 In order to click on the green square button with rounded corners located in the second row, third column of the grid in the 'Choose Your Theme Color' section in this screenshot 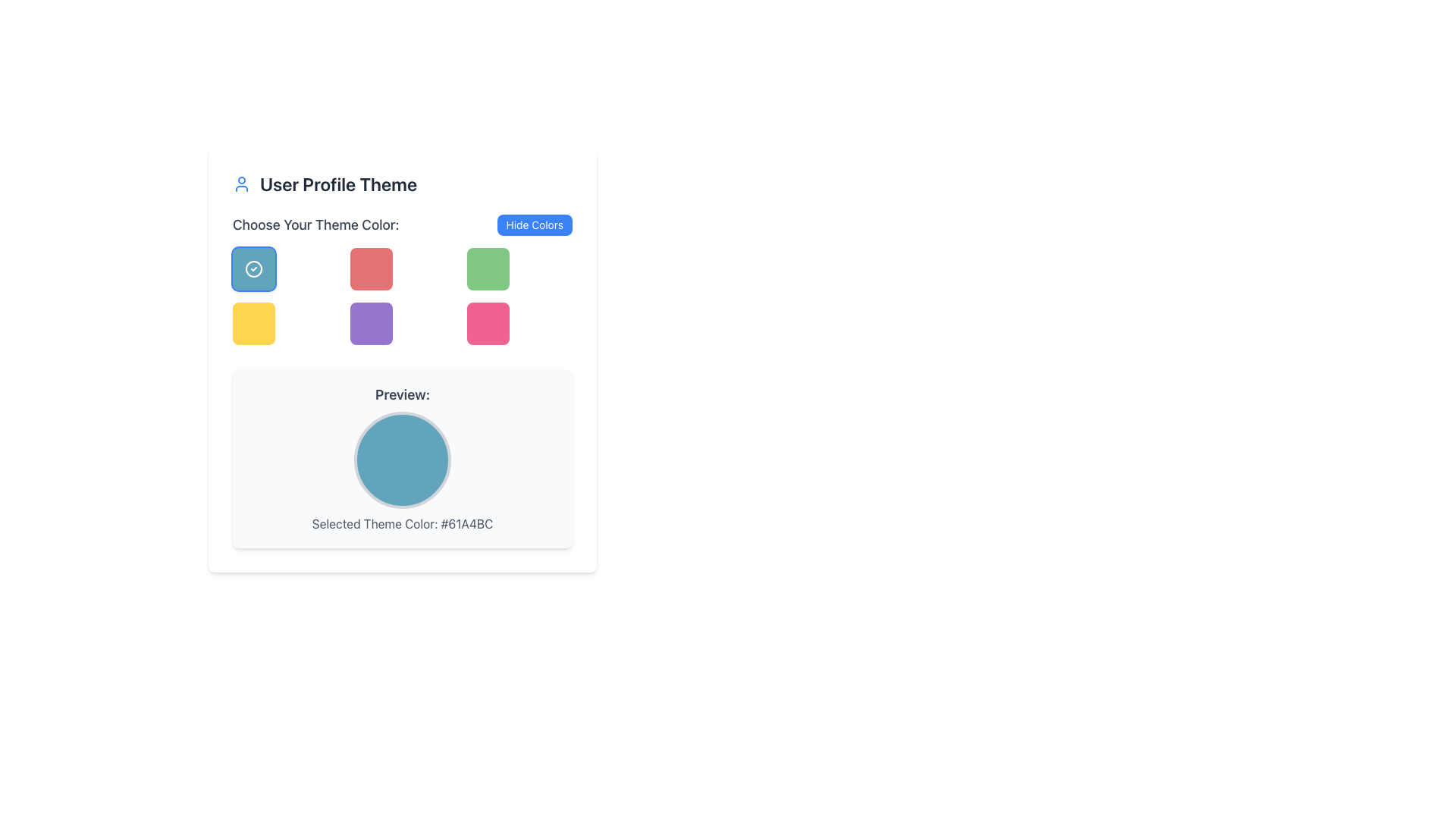, I will do `click(488, 268)`.